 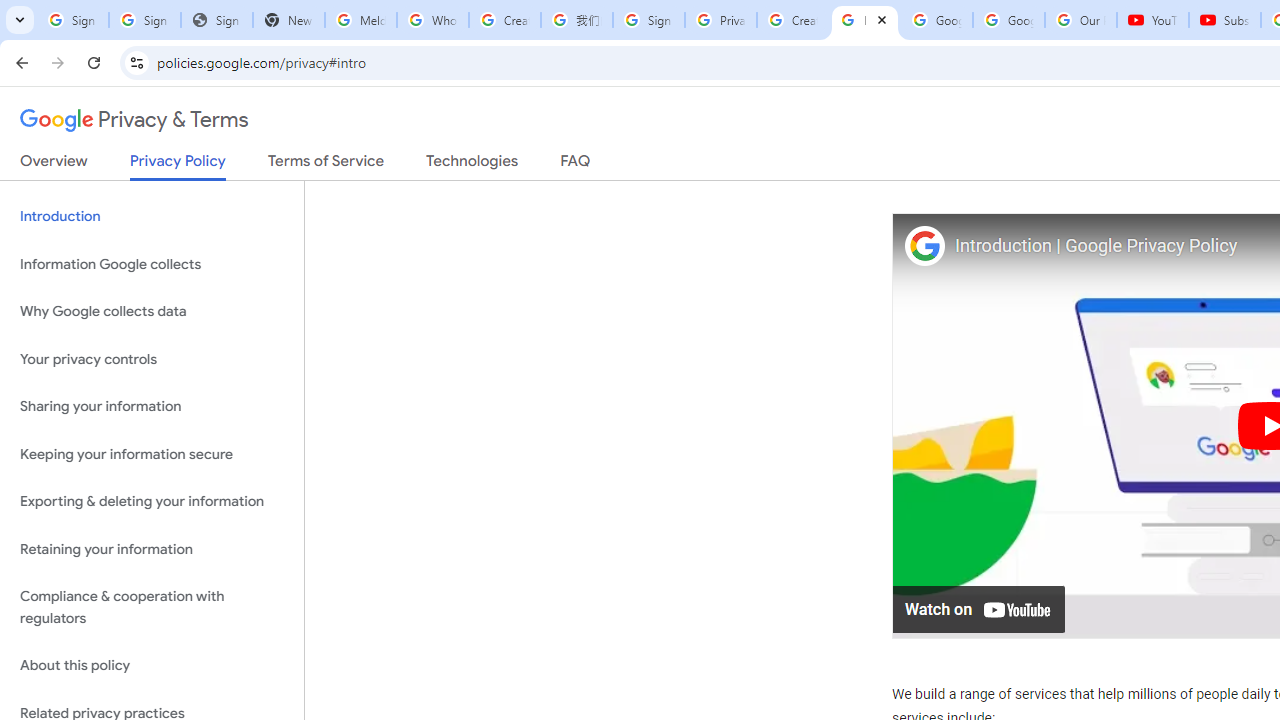 What do you see at coordinates (151, 312) in the screenshot?
I see `'Why Google collects data'` at bounding box center [151, 312].